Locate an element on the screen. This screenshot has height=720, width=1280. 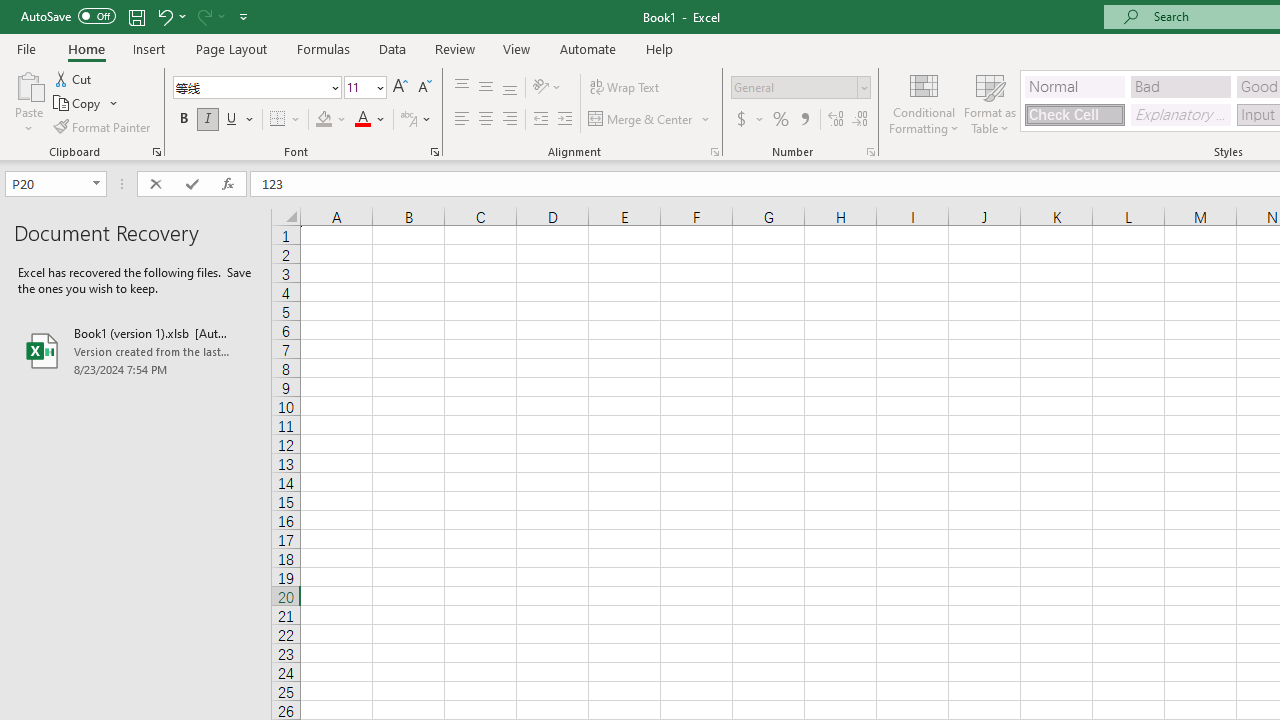
'Name Box' is located at coordinates (47, 183).